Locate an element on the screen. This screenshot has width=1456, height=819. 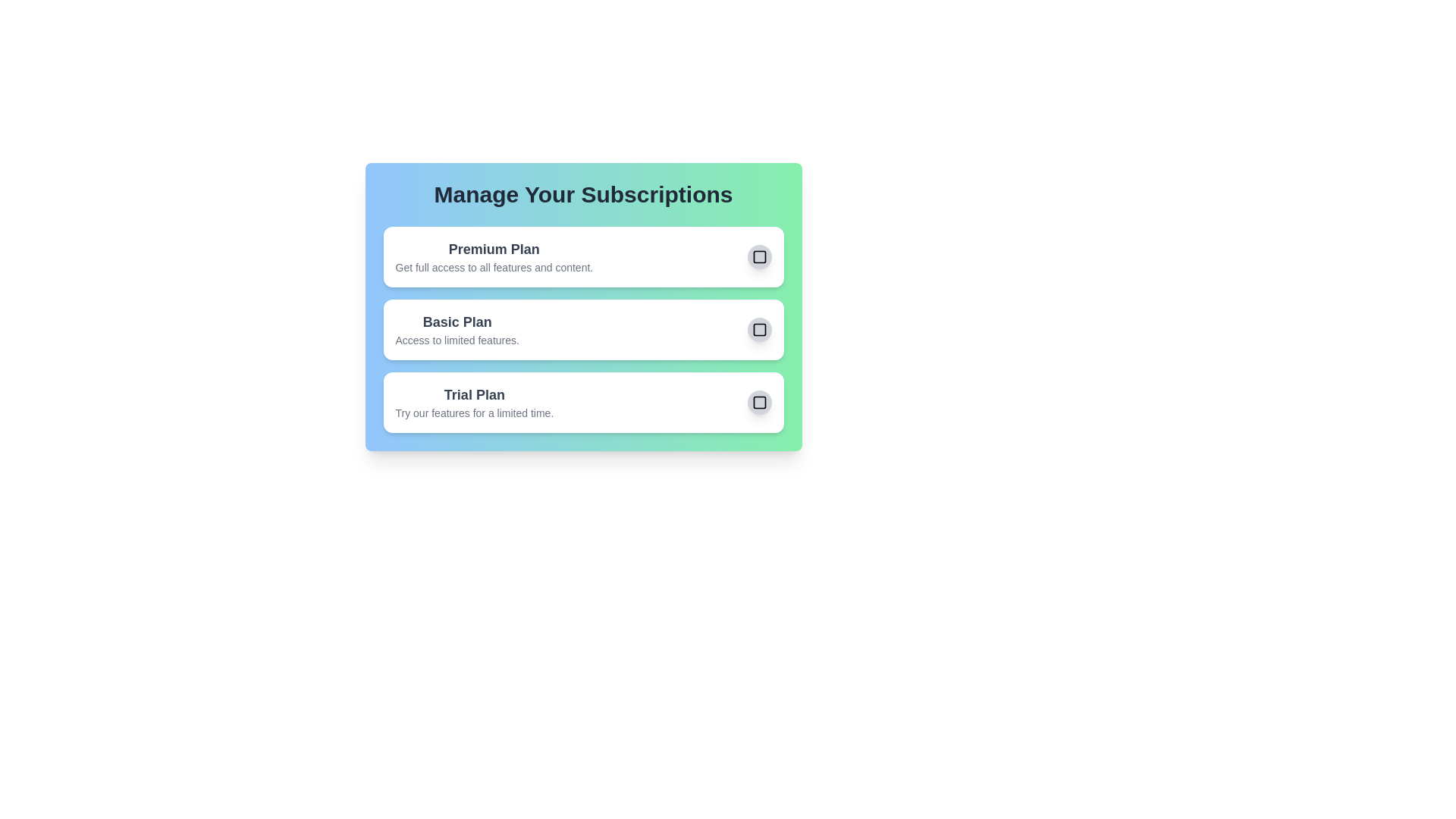
the Text label that provides additional information about the 'Trial Plan' subscription option, located centrally below the title 'Trial Plan' is located at coordinates (473, 413).